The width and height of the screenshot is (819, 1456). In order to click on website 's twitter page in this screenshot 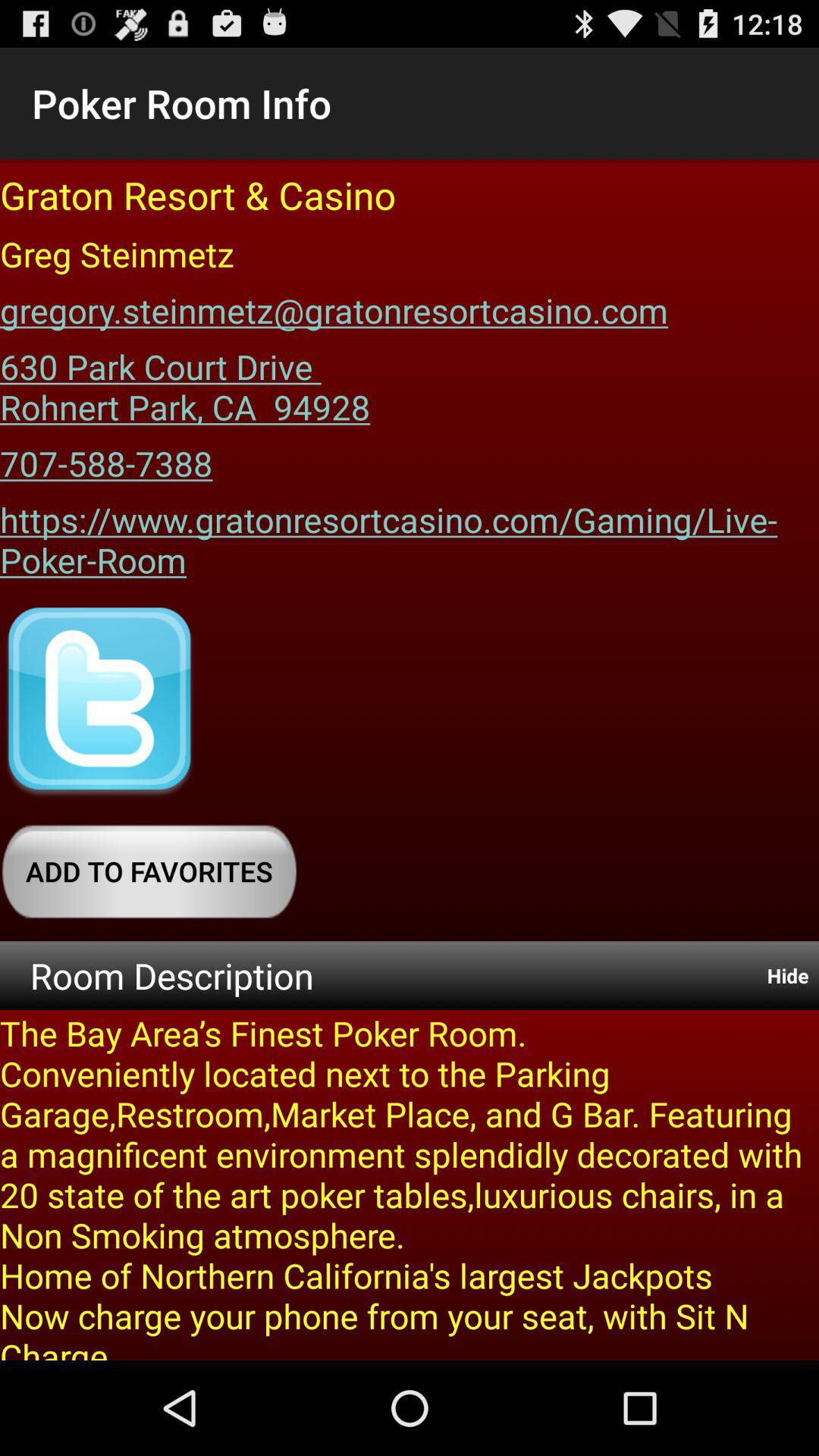, I will do `click(99, 701)`.